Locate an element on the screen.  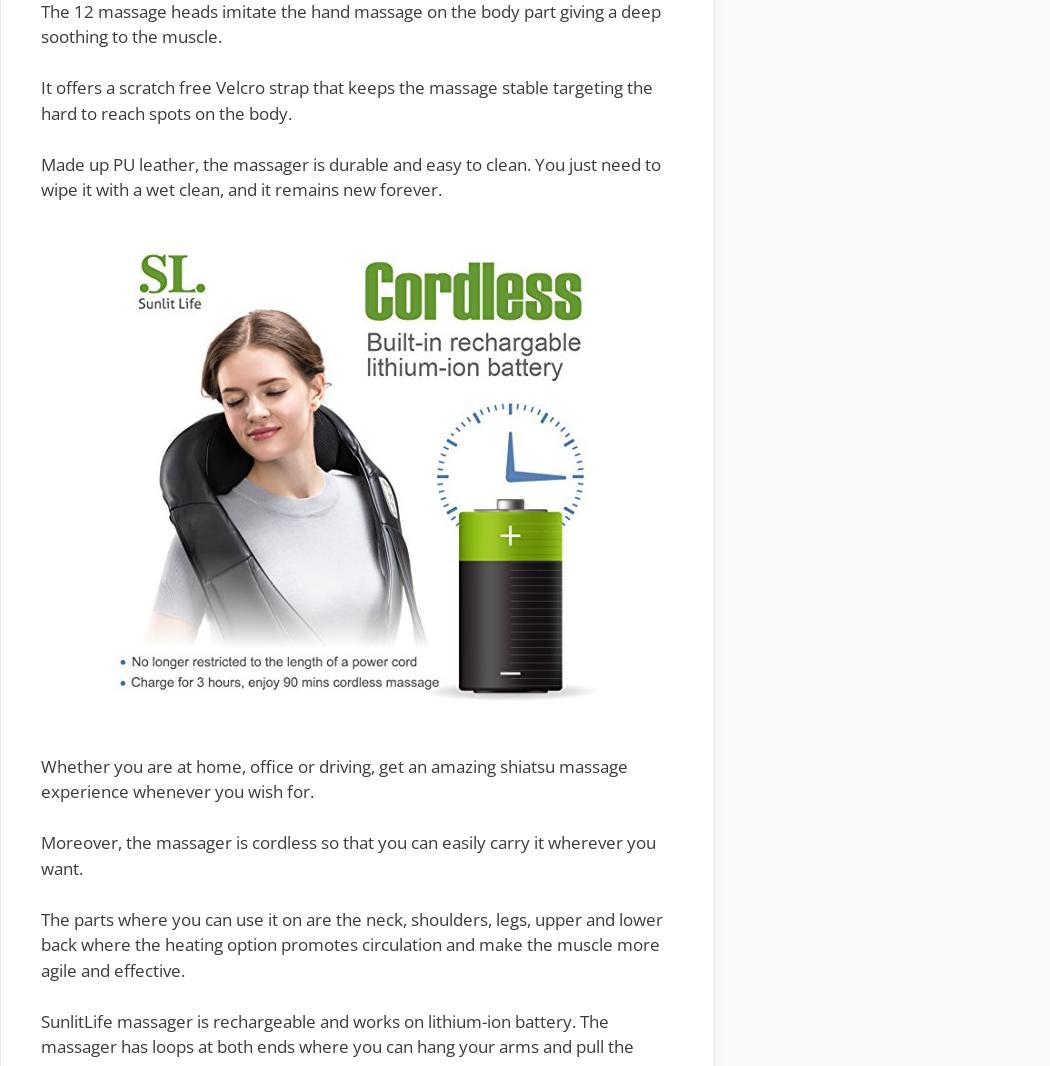
'Made up PU leather, the massager is durable and easy to clean. You just need to wipe it with a wet clean, and it remains new forever.' is located at coordinates (350, 175).